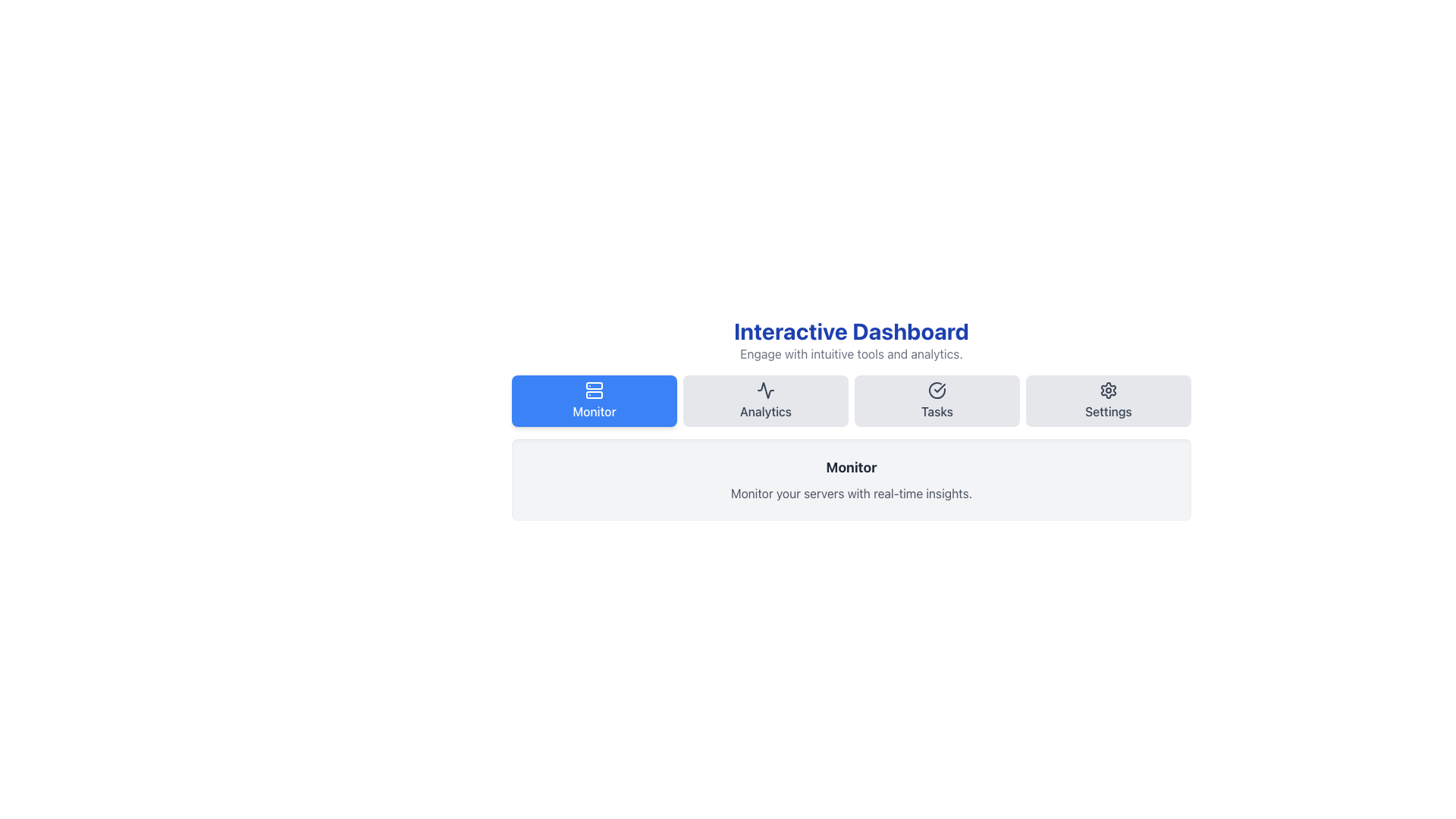  Describe the element at coordinates (593, 390) in the screenshot. I see `the 'Monitor' icon in the navigation bar` at that location.